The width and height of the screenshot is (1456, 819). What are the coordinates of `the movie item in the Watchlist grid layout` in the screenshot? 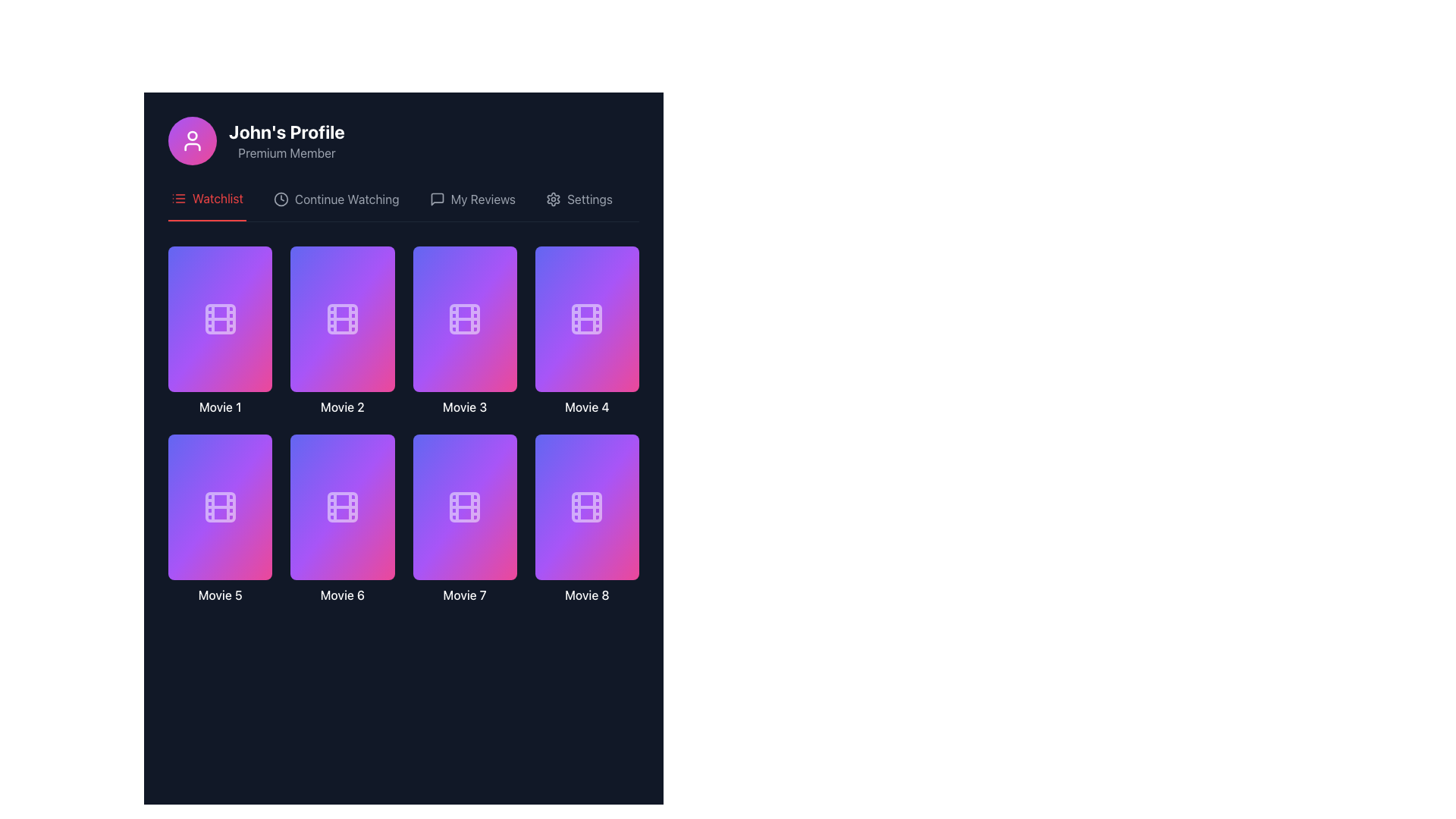 It's located at (403, 425).